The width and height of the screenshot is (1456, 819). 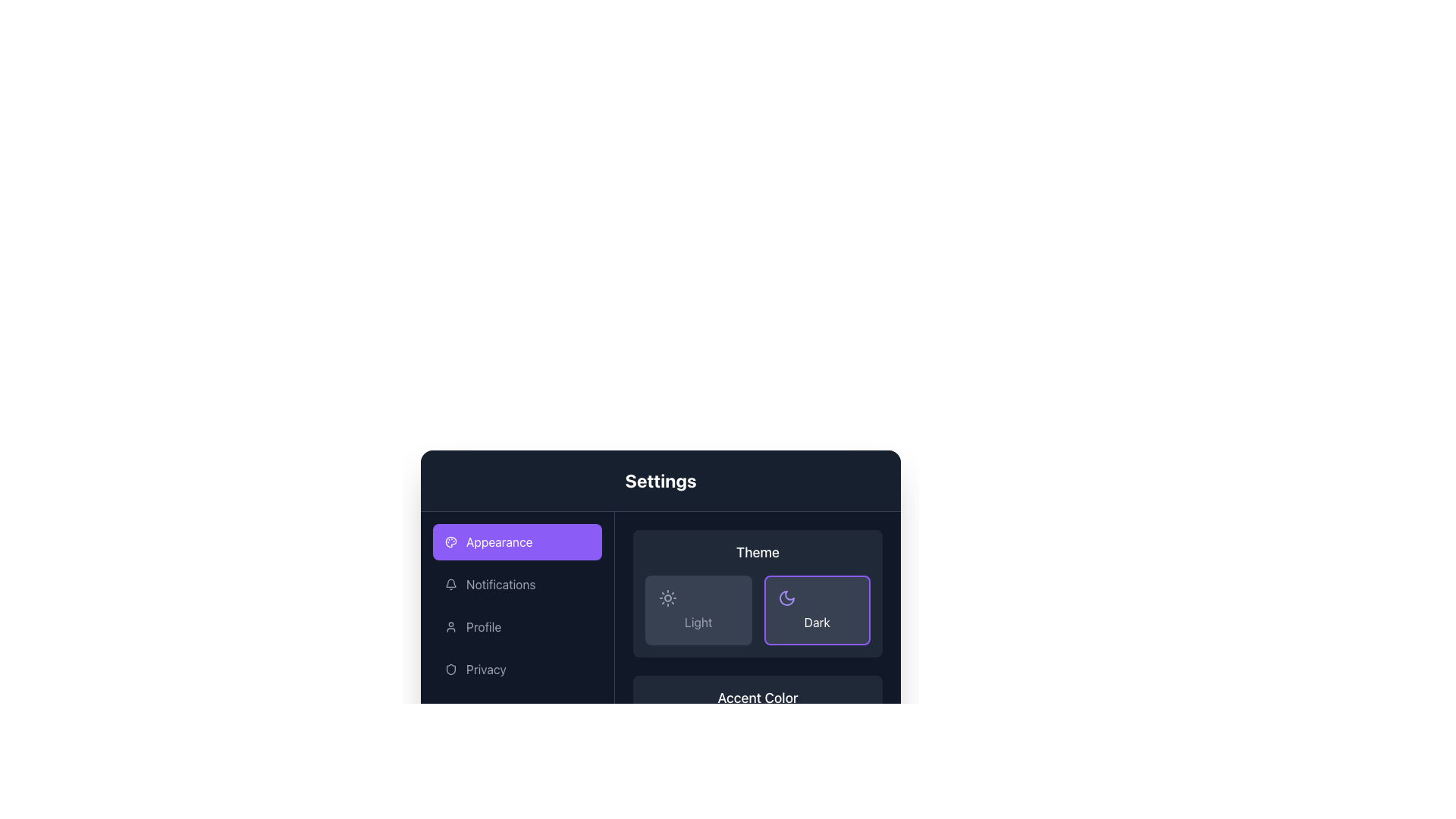 What do you see at coordinates (450, 541) in the screenshot?
I see `the palette icon located in the left sidebar of the Settings interface, which has a purple background and is adjacent to the 'Appearance' text` at bounding box center [450, 541].